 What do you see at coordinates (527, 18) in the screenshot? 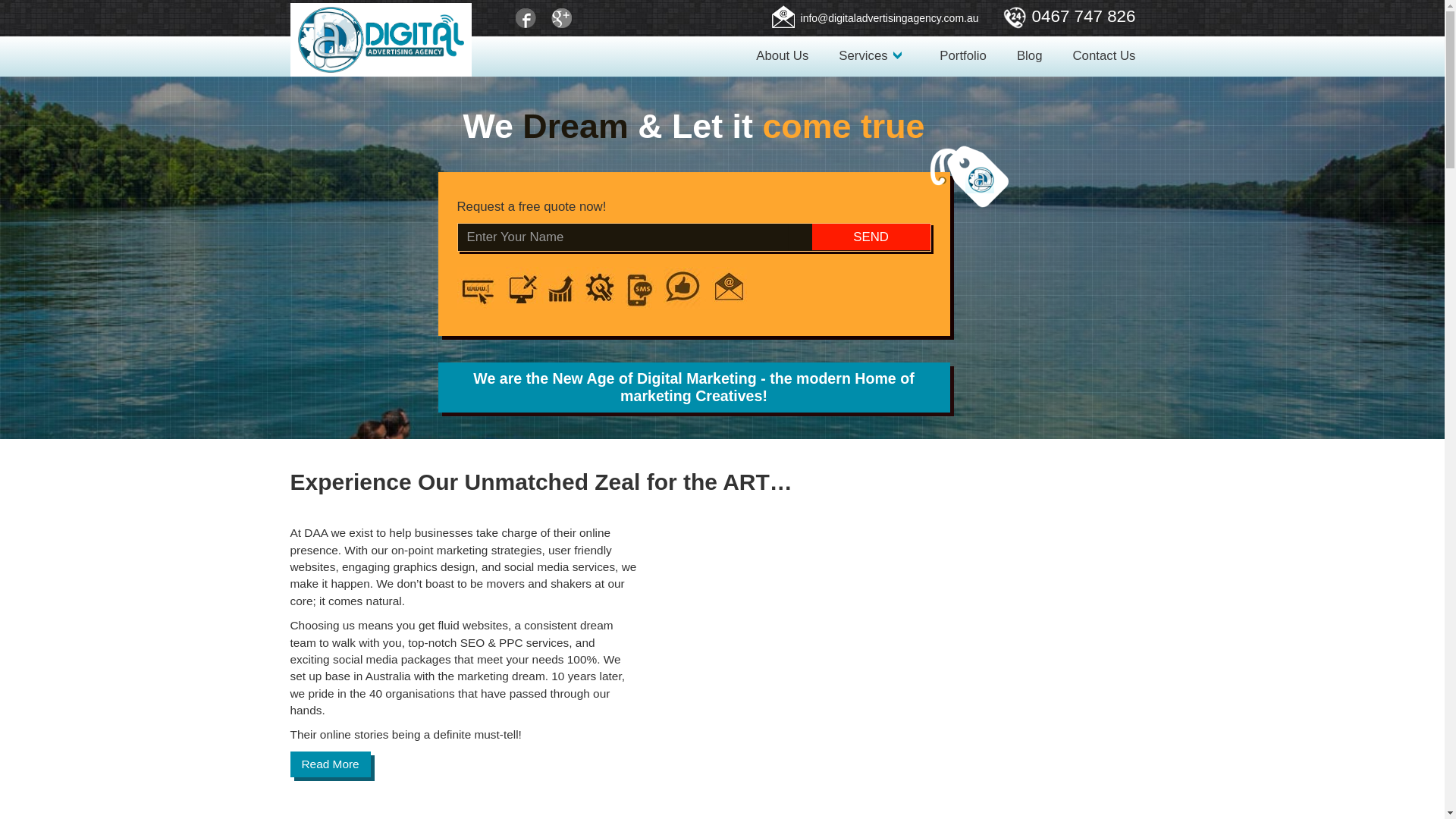
I see `'Facebook'` at bounding box center [527, 18].